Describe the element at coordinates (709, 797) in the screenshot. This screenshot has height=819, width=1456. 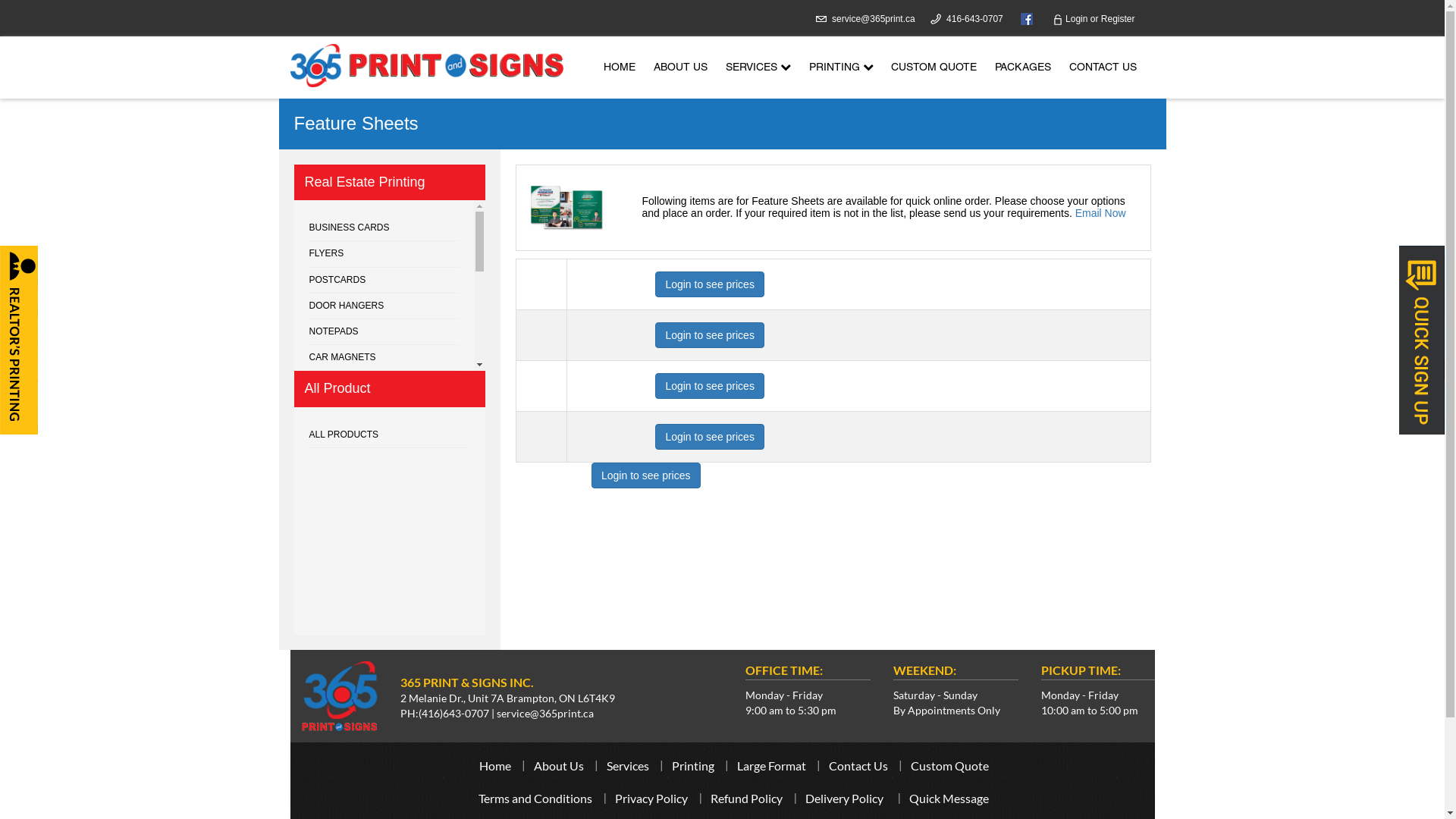
I see `'Refund Policy'` at that location.